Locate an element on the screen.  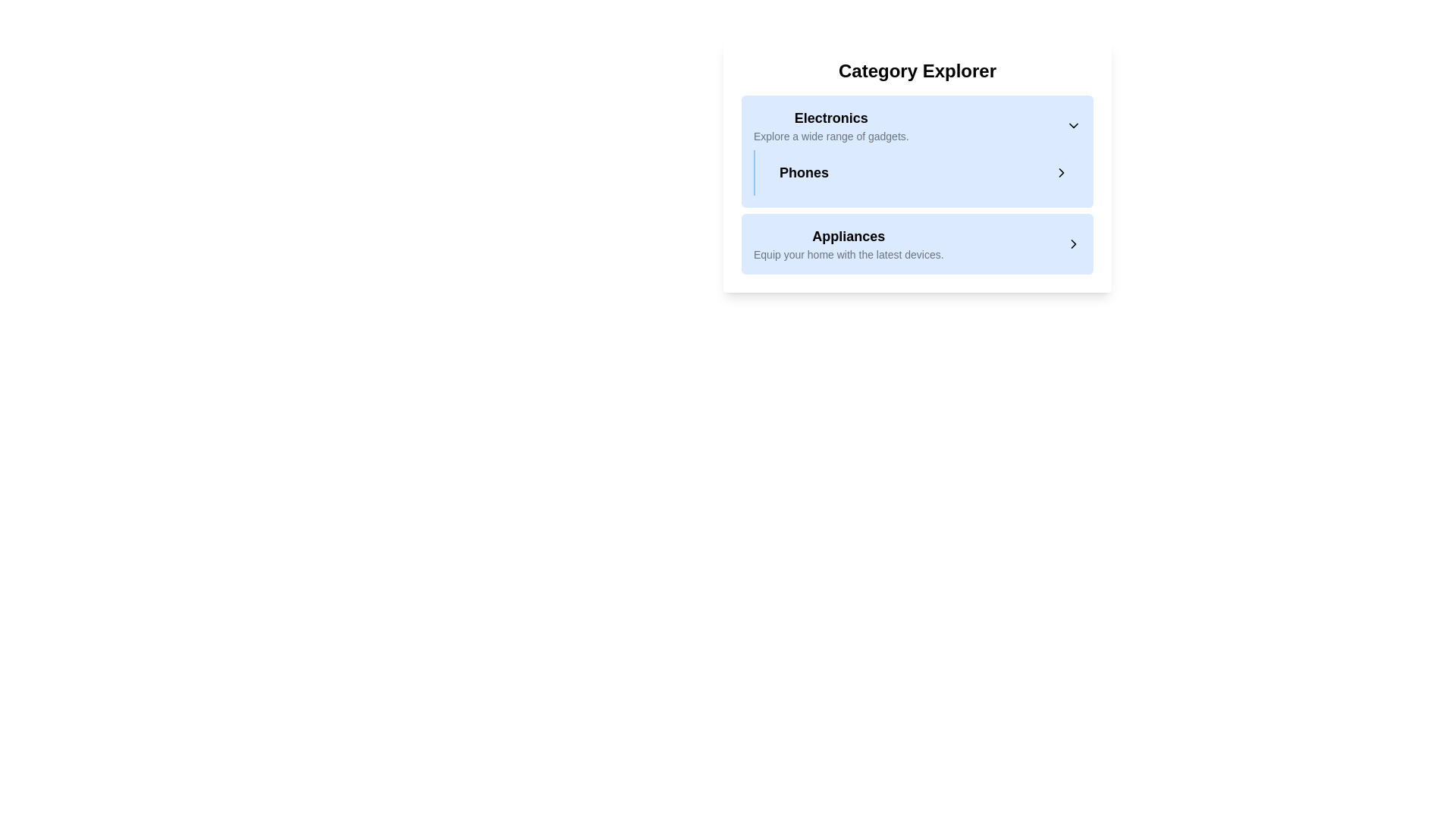
the clickable list item labeled 'Appliances' which contains the heading 'Appliances' and the description 'Equip your home with the latest devices.' is located at coordinates (916, 243).